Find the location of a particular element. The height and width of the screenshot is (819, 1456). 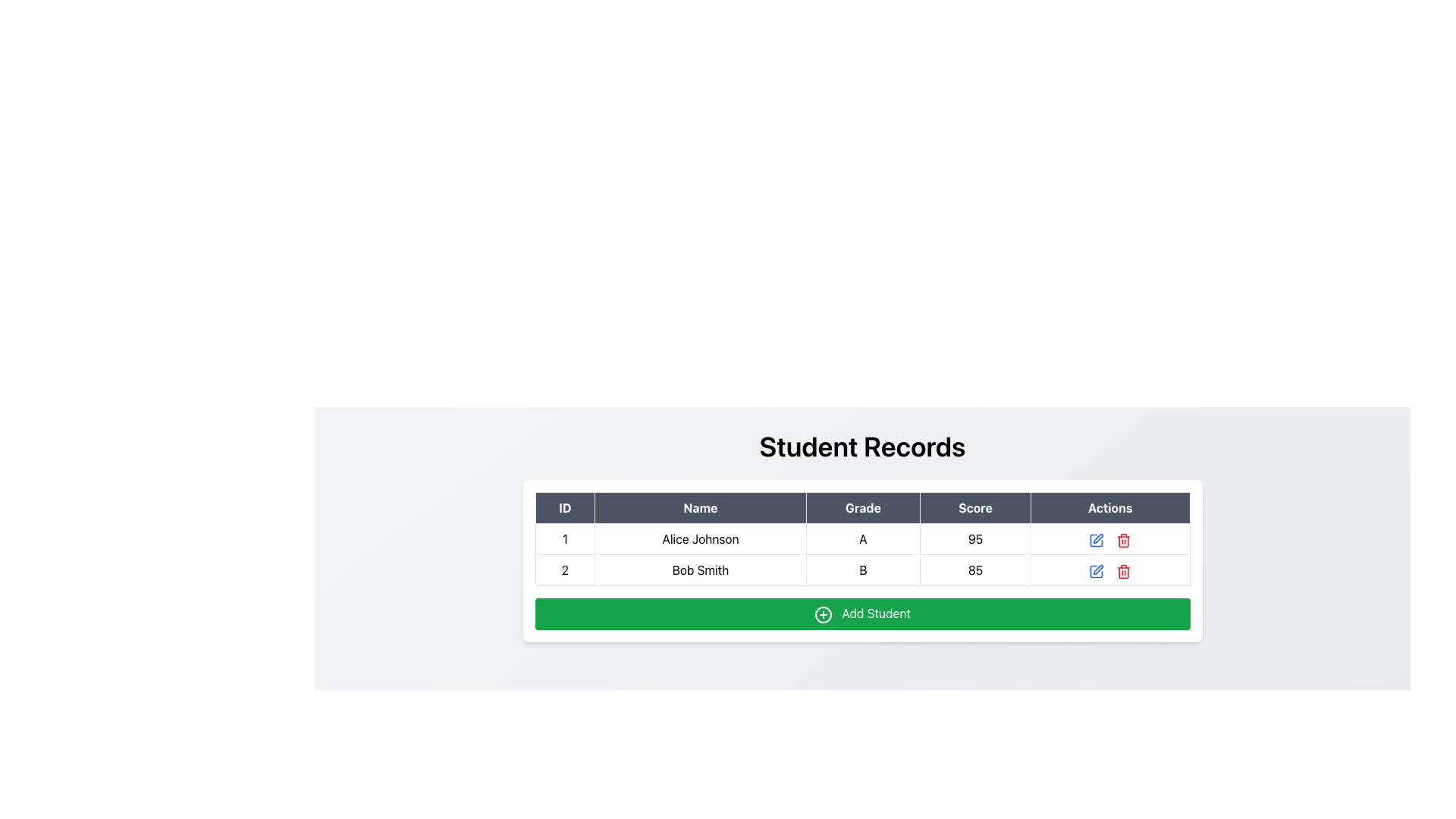

the 'Edit' icon in the 'Actions' column of the first row of the table to initiate edit is located at coordinates (1097, 538).